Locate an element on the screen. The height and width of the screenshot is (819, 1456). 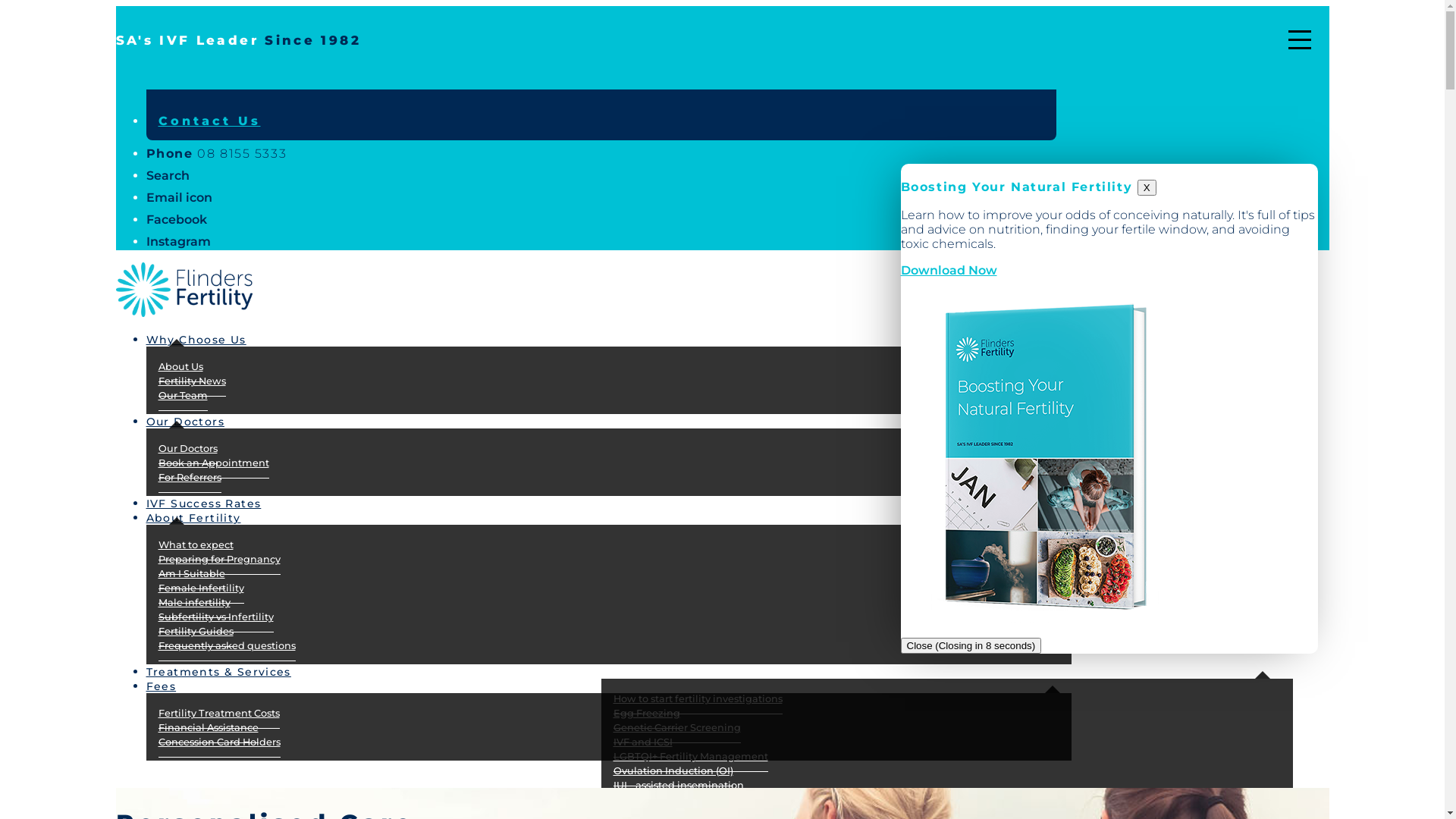
'Search' is located at coordinates (167, 174).